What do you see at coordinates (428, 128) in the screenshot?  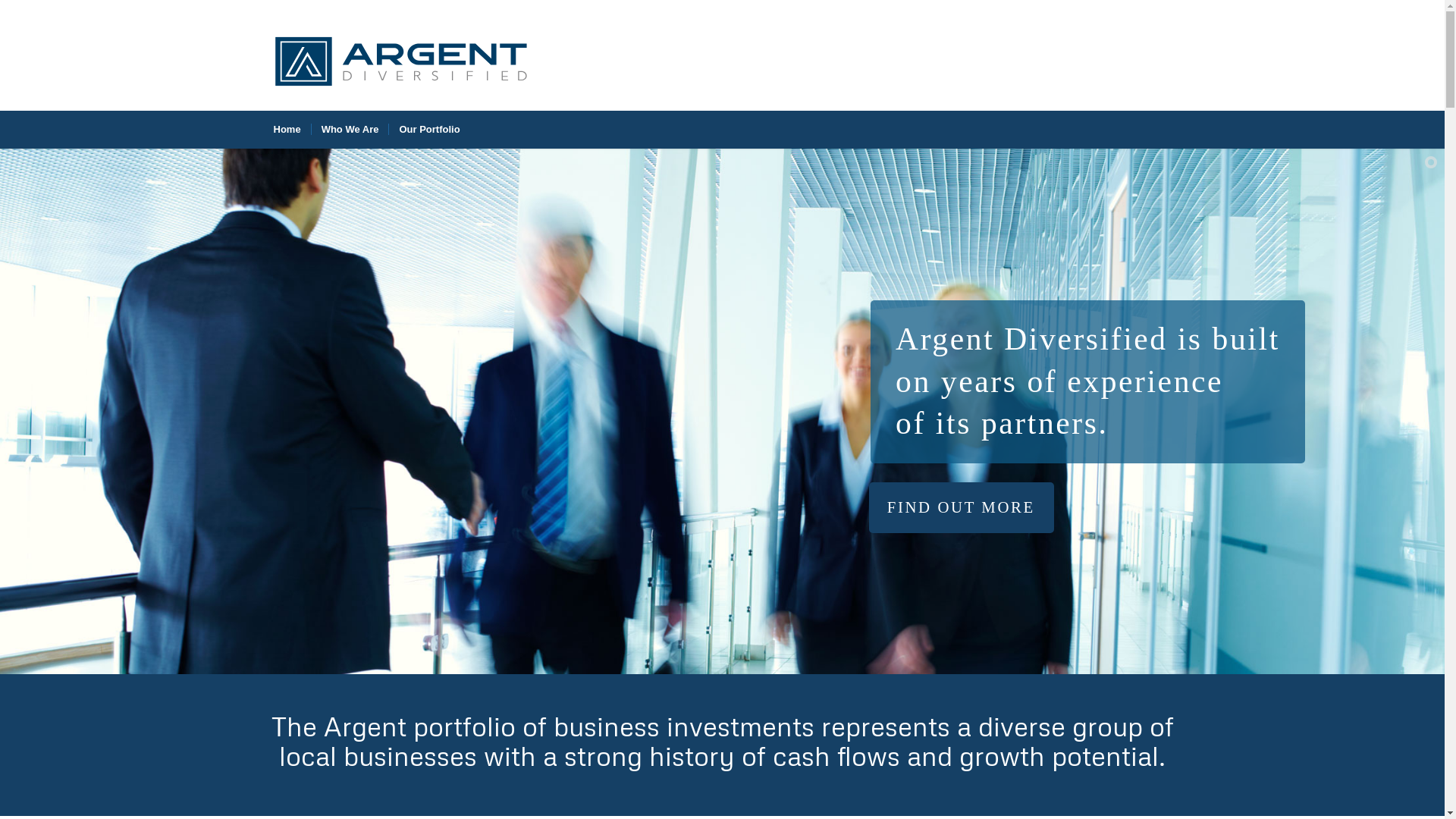 I see `'Our Portfolio'` at bounding box center [428, 128].